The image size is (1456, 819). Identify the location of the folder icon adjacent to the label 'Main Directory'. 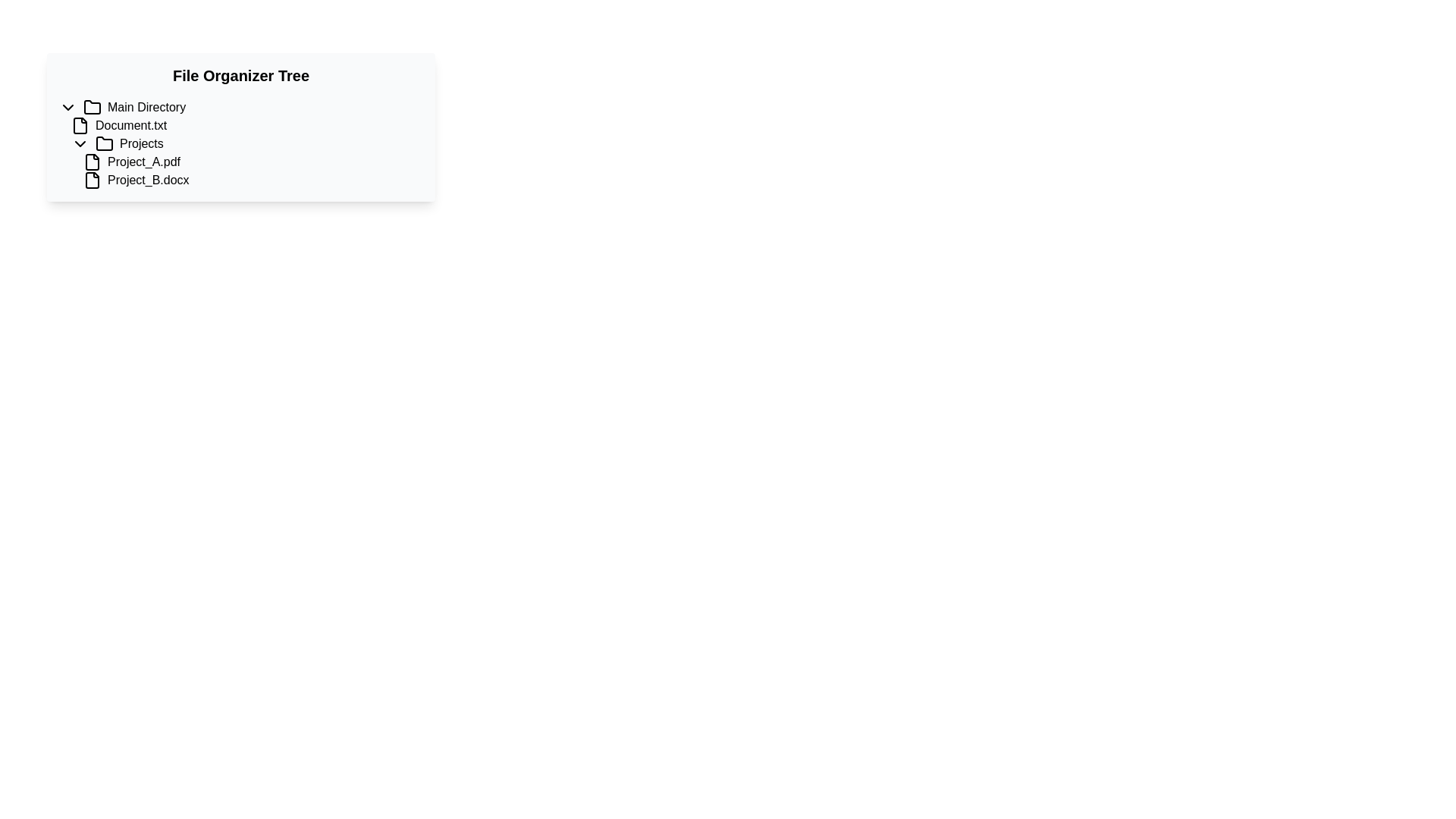
(91, 106).